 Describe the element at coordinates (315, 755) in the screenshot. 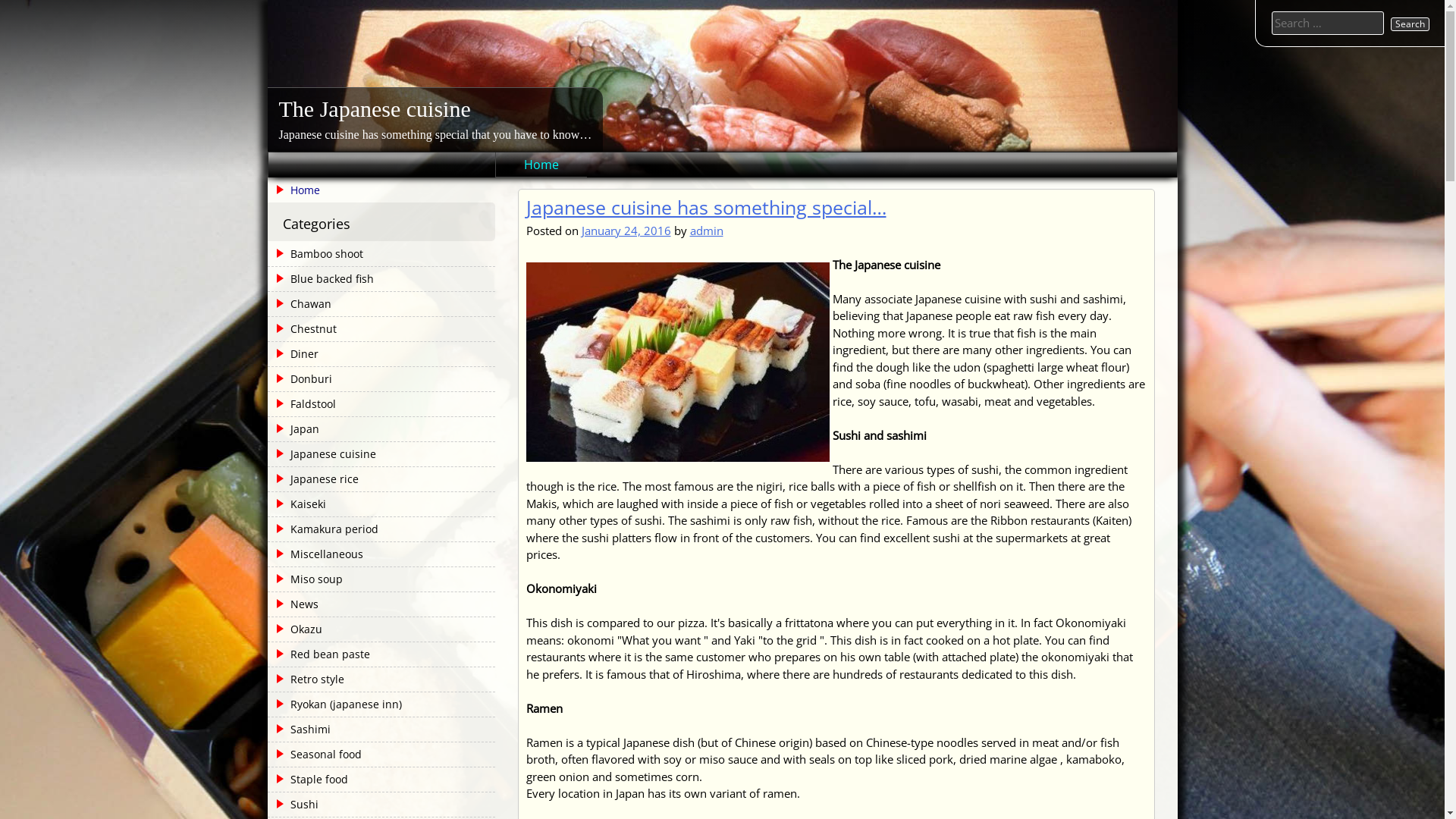

I see `'Seasonal food'` at that location.